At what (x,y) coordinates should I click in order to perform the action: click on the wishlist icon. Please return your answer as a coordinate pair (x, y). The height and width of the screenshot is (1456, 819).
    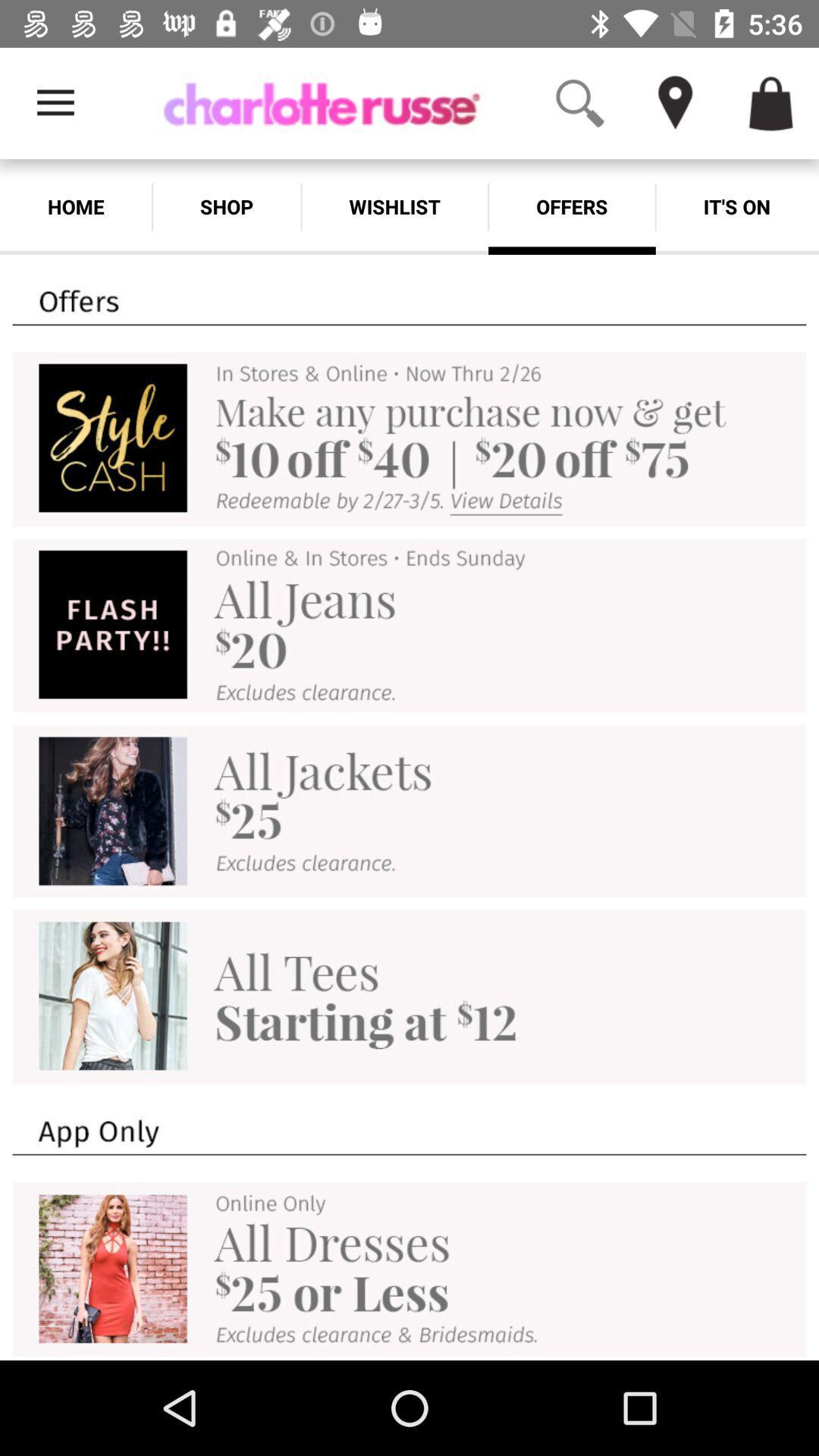
    Looking at the image, I should click on (394, 206).